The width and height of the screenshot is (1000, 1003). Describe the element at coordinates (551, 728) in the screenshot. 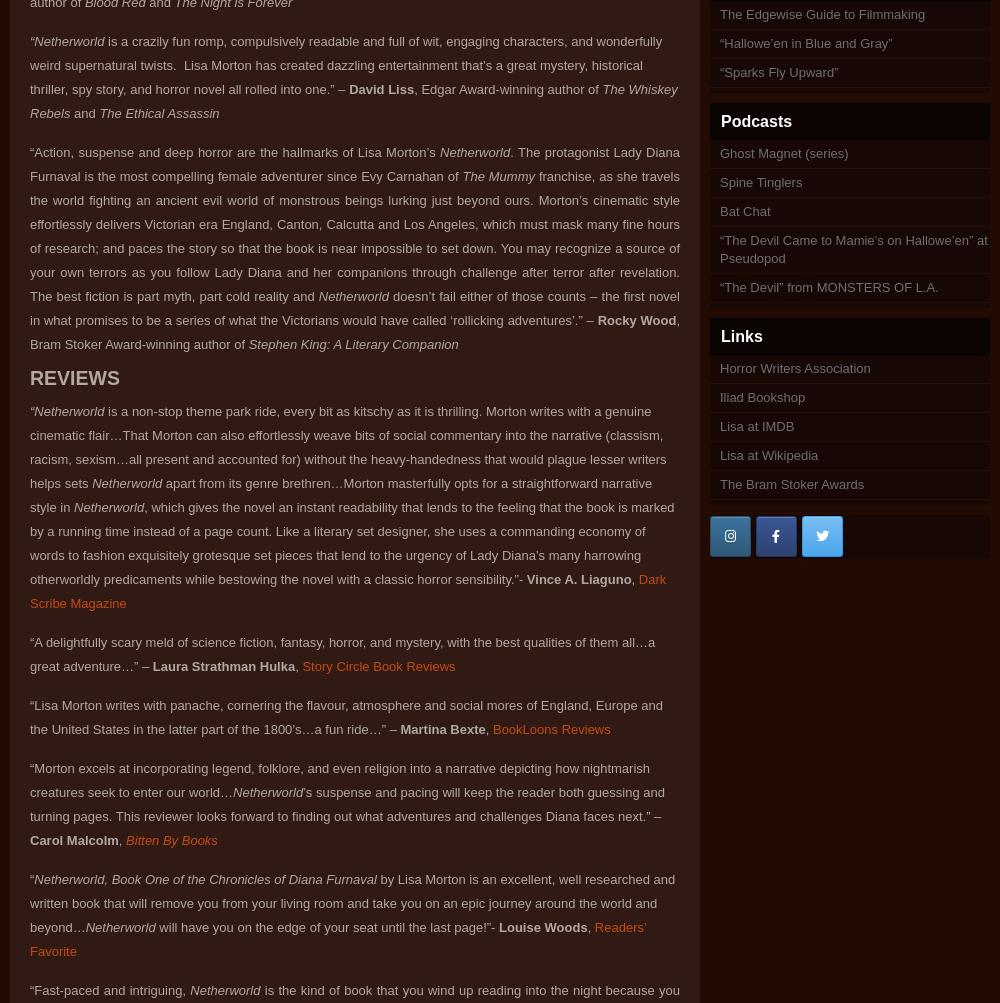

I see `'BookLoons Reviews'` at that location.